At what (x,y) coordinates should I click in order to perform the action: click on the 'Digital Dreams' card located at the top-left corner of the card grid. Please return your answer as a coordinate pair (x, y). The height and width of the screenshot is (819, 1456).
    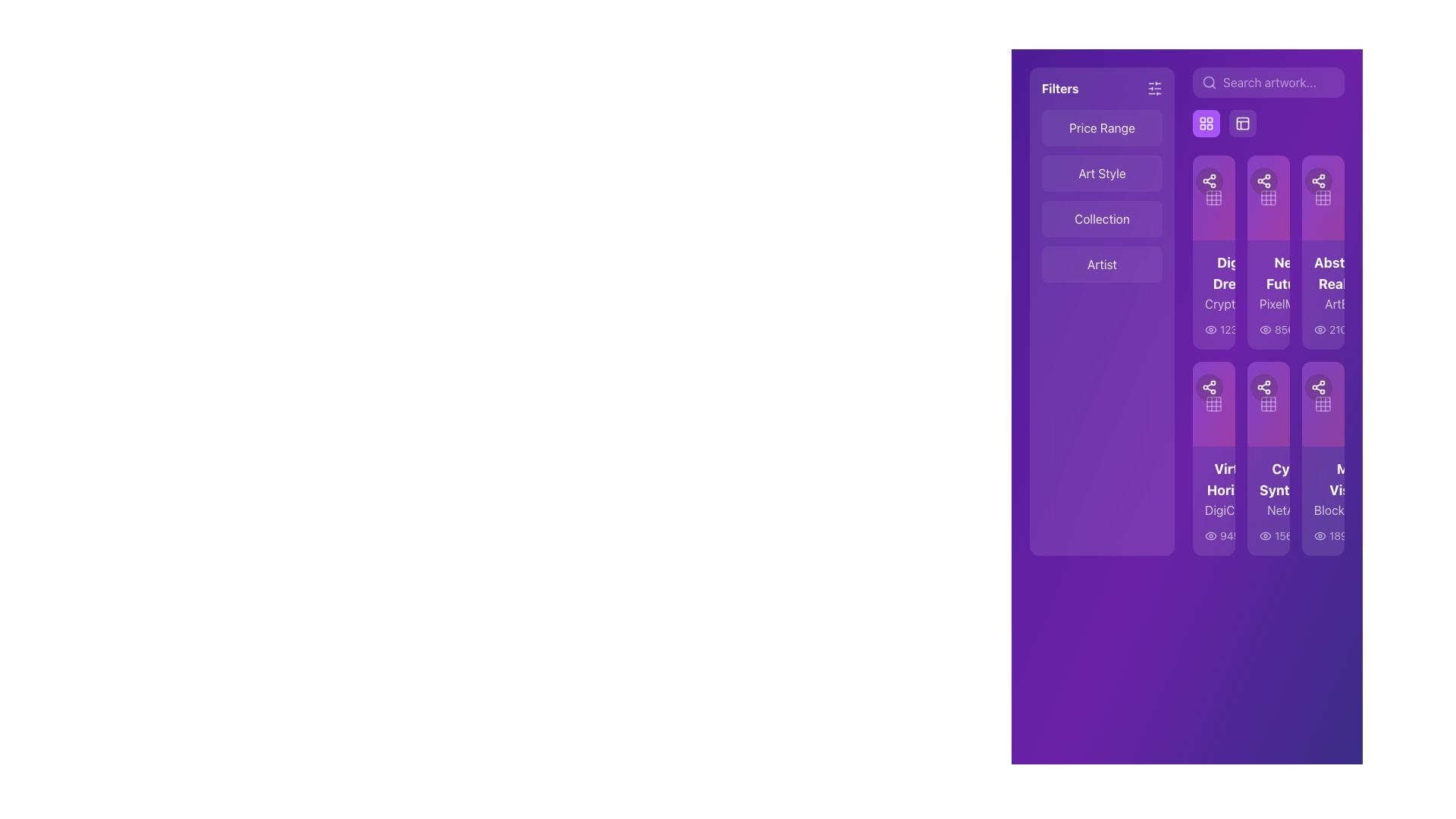
    Looking at the image, I should click on (1214, 295).